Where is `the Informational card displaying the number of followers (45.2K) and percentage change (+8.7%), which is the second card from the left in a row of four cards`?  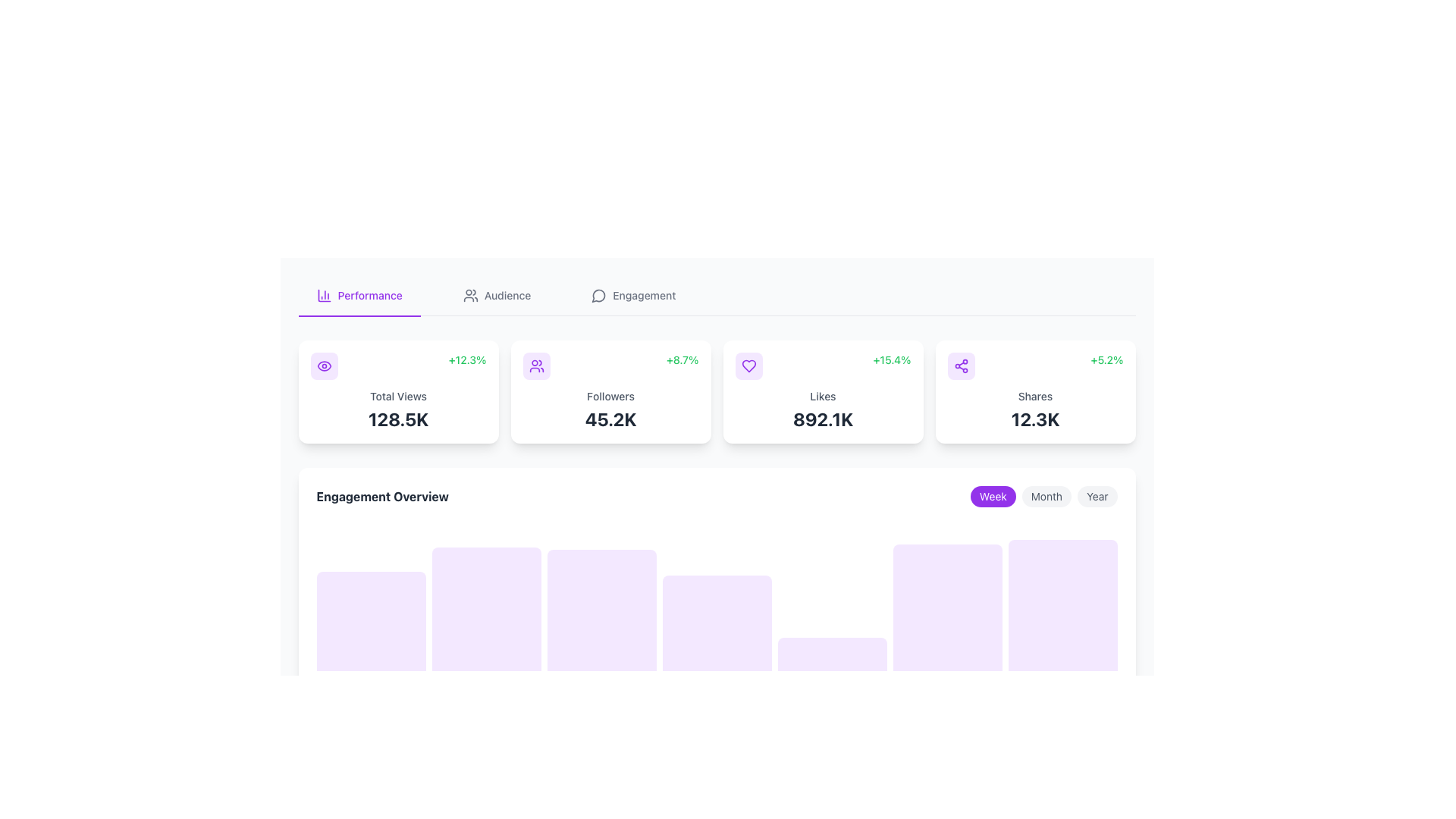
the Informational card displaying the number of followers (45.2K) and percentage change (+8.7%), which is the second card from the left in a row of four cards is located at coordinates (610, 391).